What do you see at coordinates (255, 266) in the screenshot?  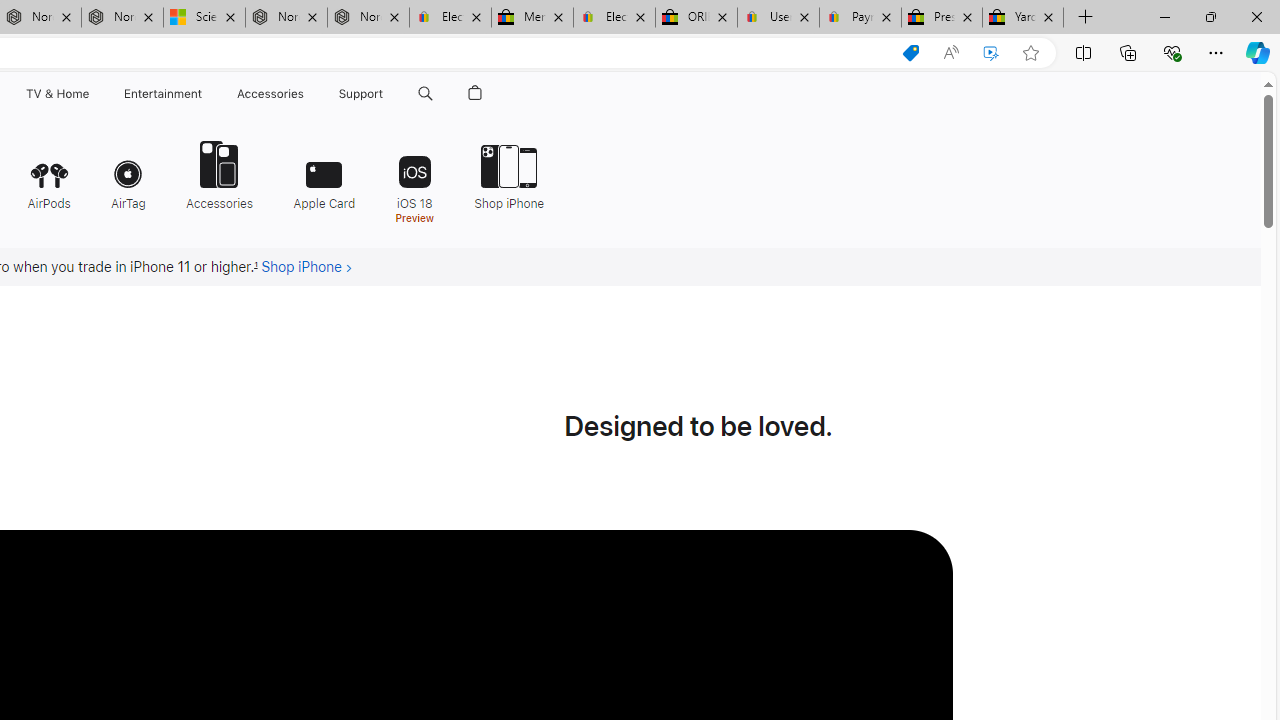 I see `'Footnote 1'` at bounding box center [255, 266].